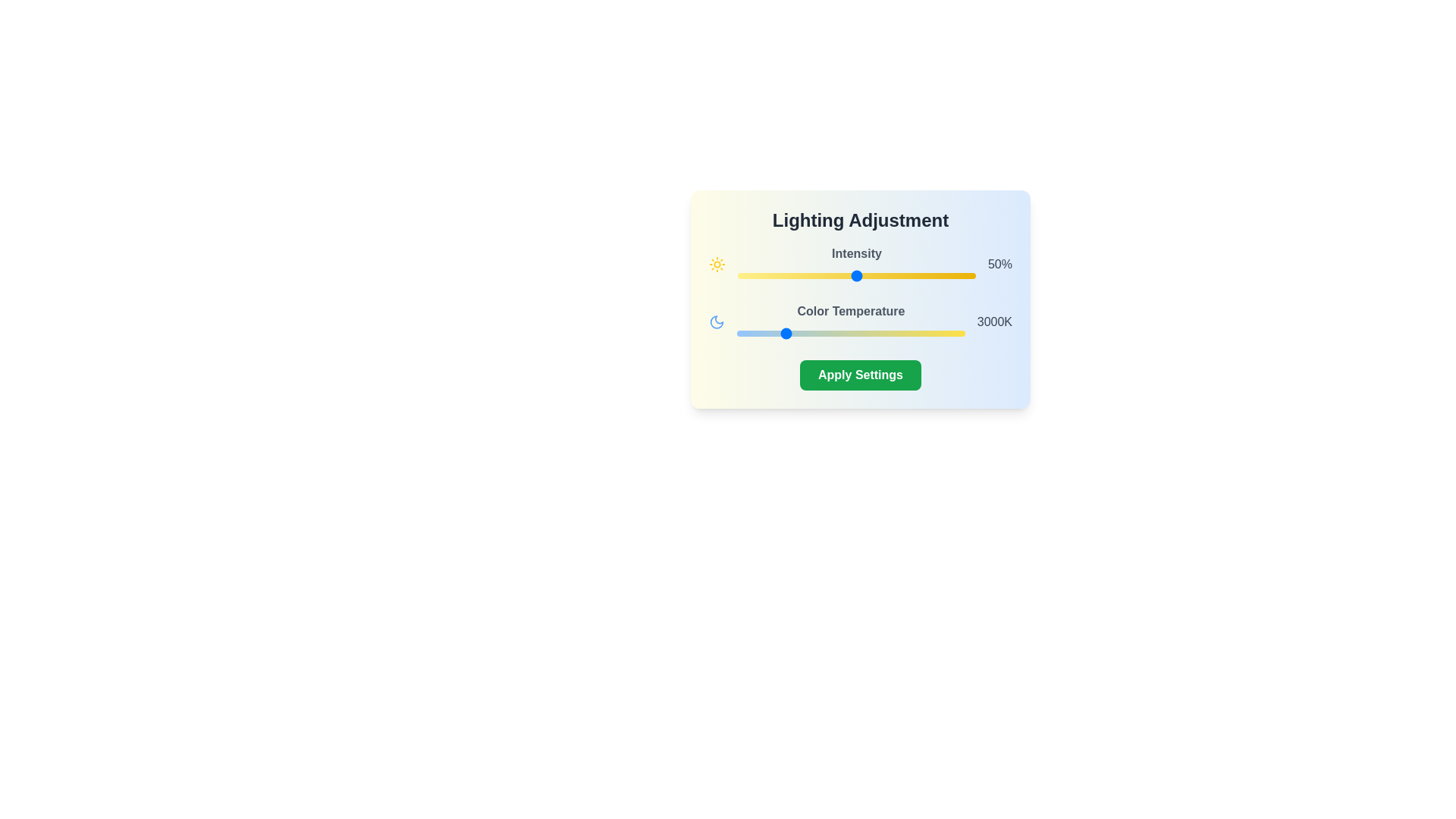 This screenshot has width=1456, height=819. Describe the element at coordinates (746, 332) in the screenshot. I see `the color temperature slider to set it to 2211 Kelvin` at that location.